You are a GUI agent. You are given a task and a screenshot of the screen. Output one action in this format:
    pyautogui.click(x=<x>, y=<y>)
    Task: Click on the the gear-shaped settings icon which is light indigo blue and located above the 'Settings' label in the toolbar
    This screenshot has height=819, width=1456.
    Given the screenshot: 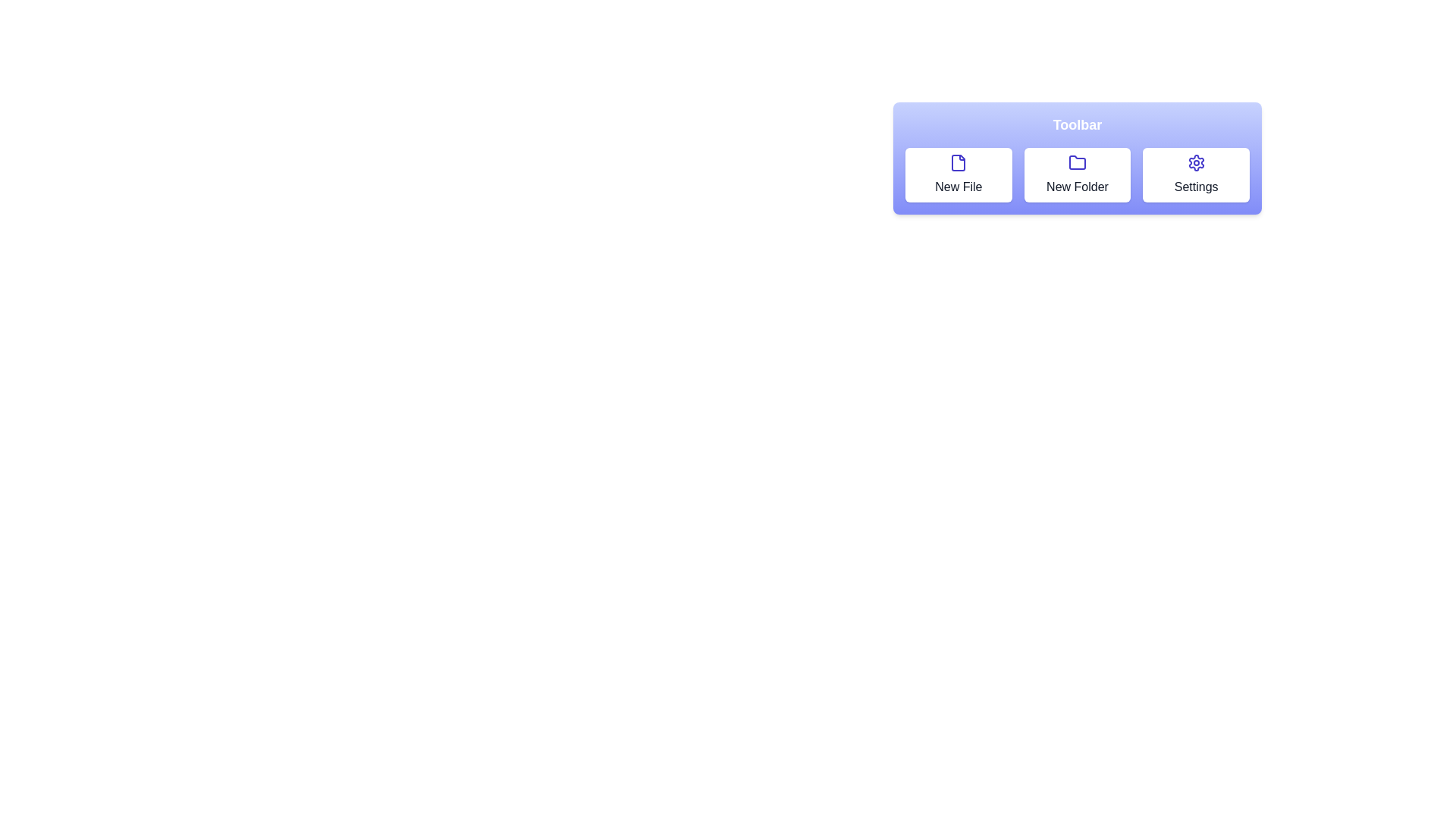 What is the action you would take?
    pyautogui.click(x=1195, y=163)
    